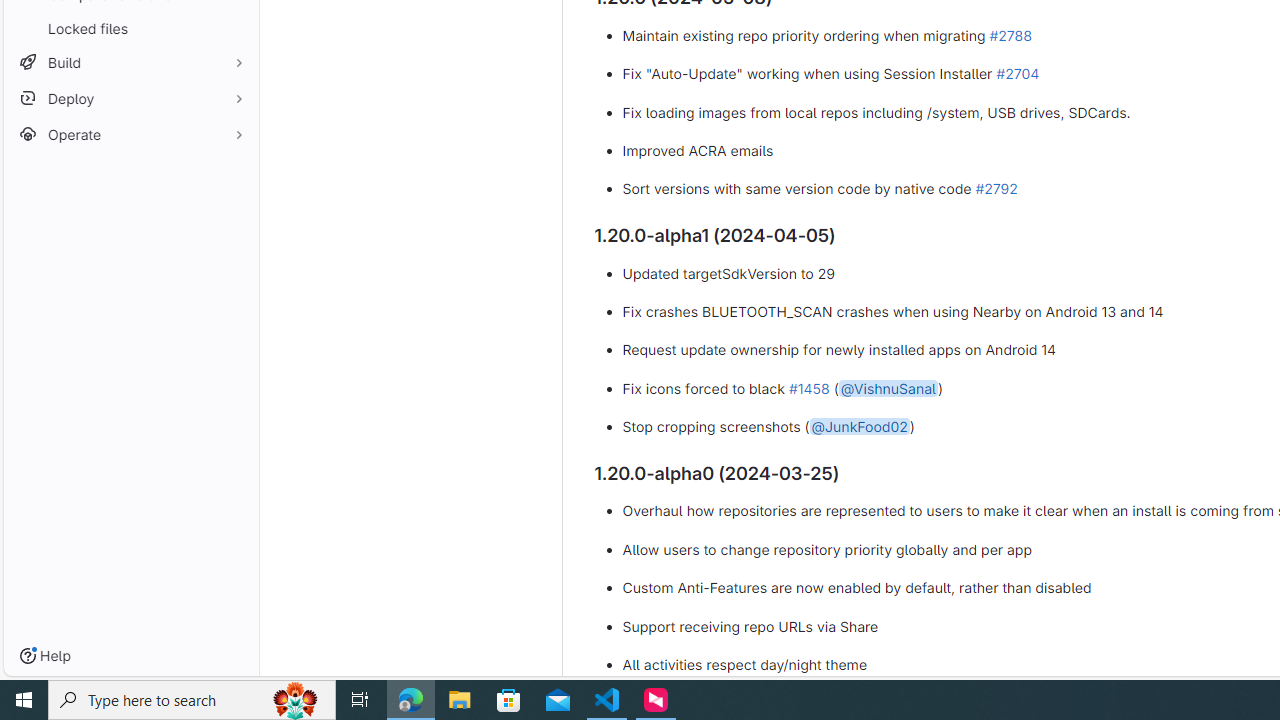  Describe the element at coordinates (130, 28) in the screenshot. I see `'Locked files'` at that location.